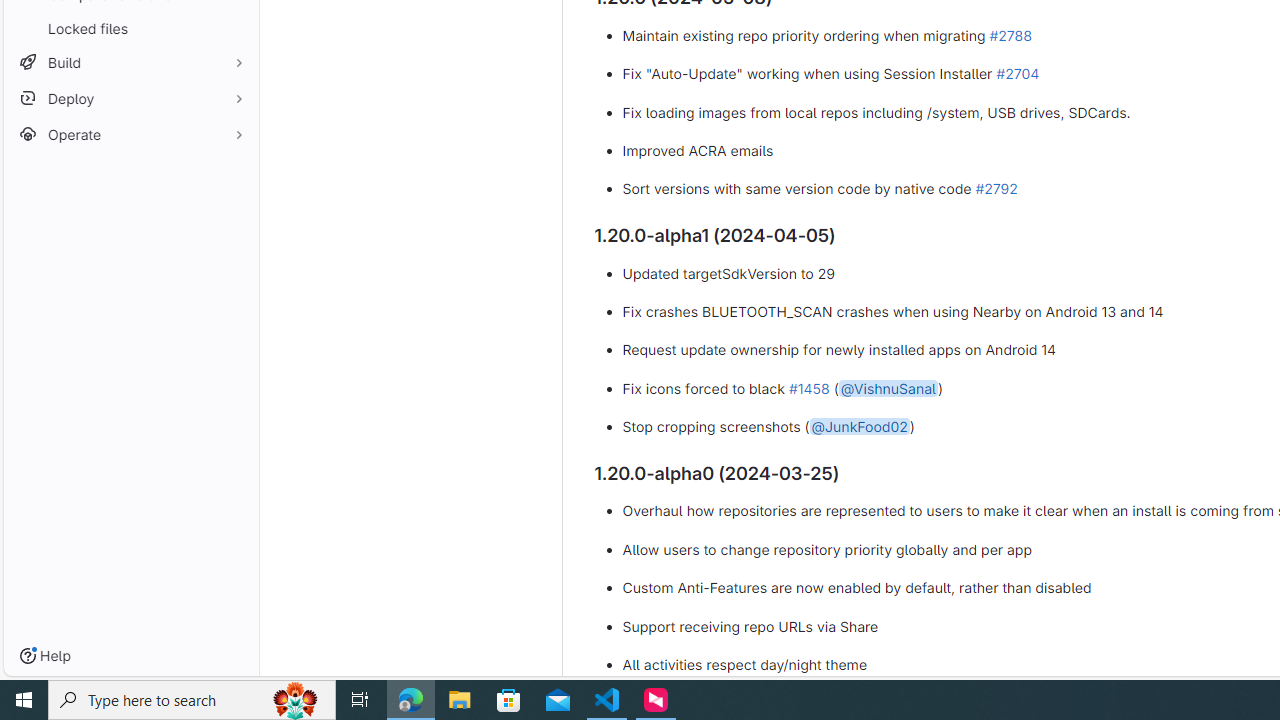  Describe the element at coordinates (130, 28) in the screenshot. I see `'Locked files'` at that location.